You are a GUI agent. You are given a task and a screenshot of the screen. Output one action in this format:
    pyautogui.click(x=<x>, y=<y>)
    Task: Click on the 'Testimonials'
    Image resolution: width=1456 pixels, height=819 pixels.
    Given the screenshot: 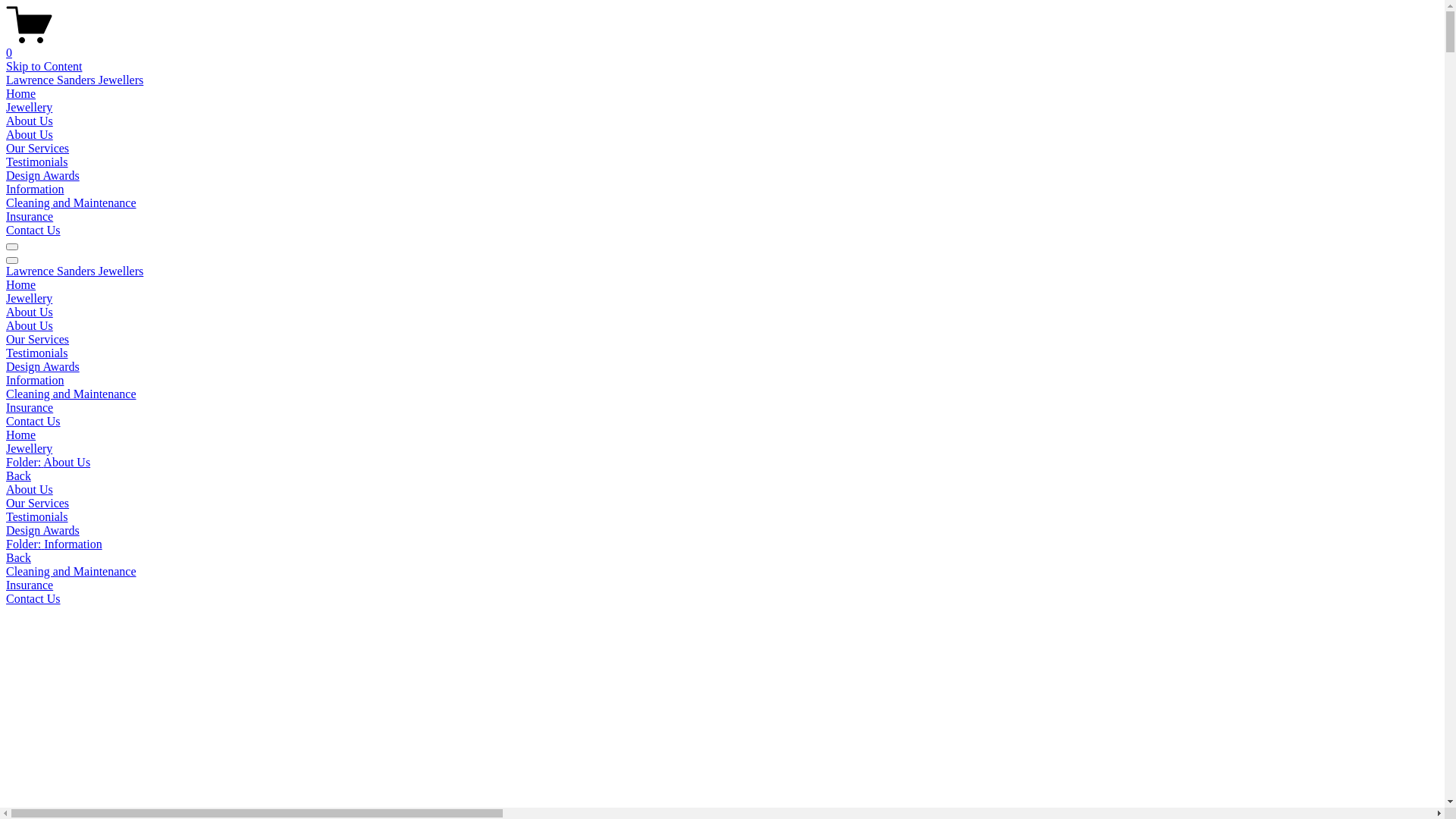 What is the action you would take?
    pyautogui.click(x=721, y=516)
    